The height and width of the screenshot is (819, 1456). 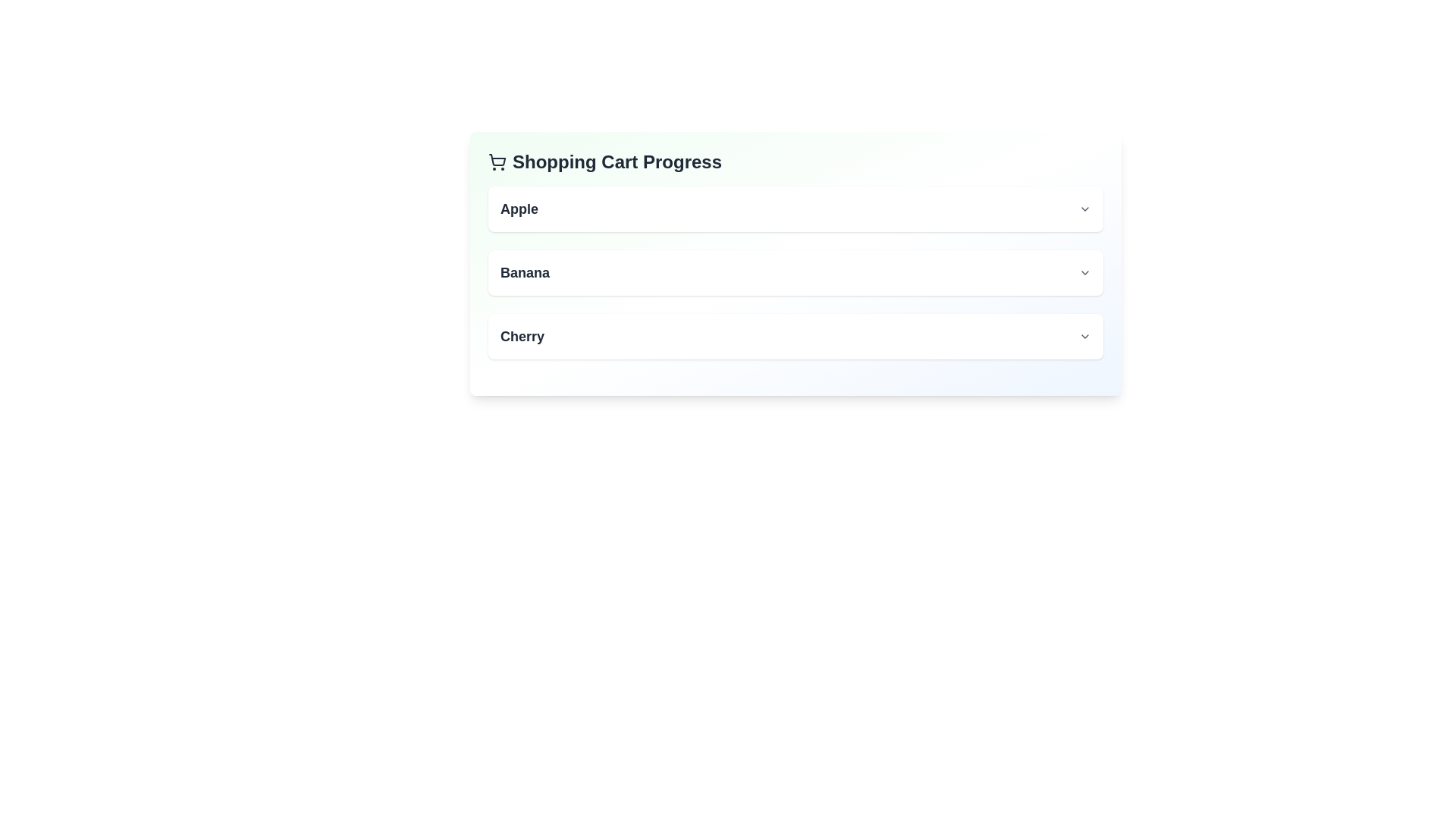 What do you see at coordinates (1084, 209) in the screenshot?
I see `the Dropdown indicator (chevron icon) next to the 'Apple' label to change its color` at bounding box center [1084, 209].